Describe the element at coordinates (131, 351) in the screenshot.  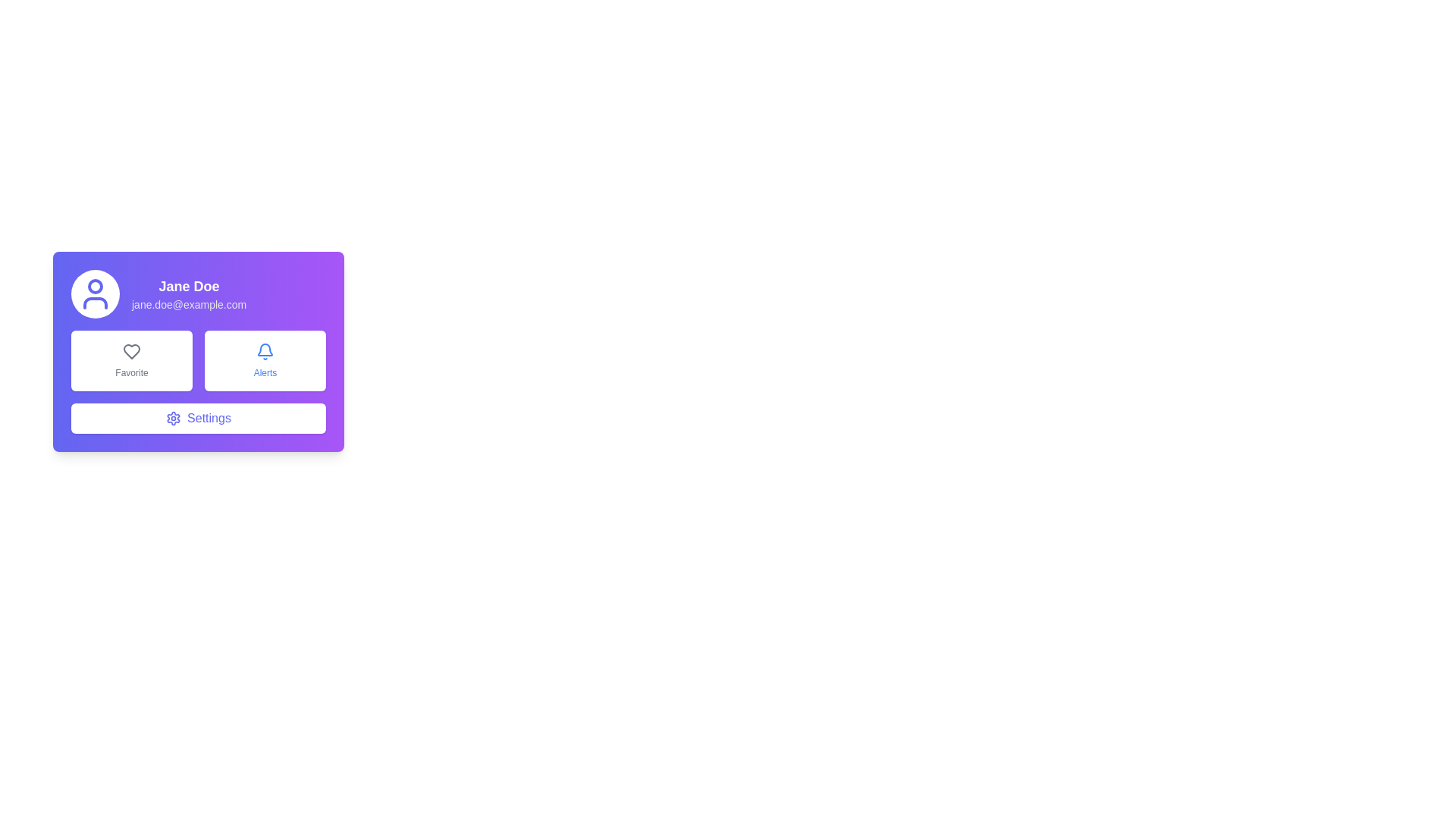
I see `the heart icon located above the 'Favorite' label to favorite or unfavorite an item` at that location.